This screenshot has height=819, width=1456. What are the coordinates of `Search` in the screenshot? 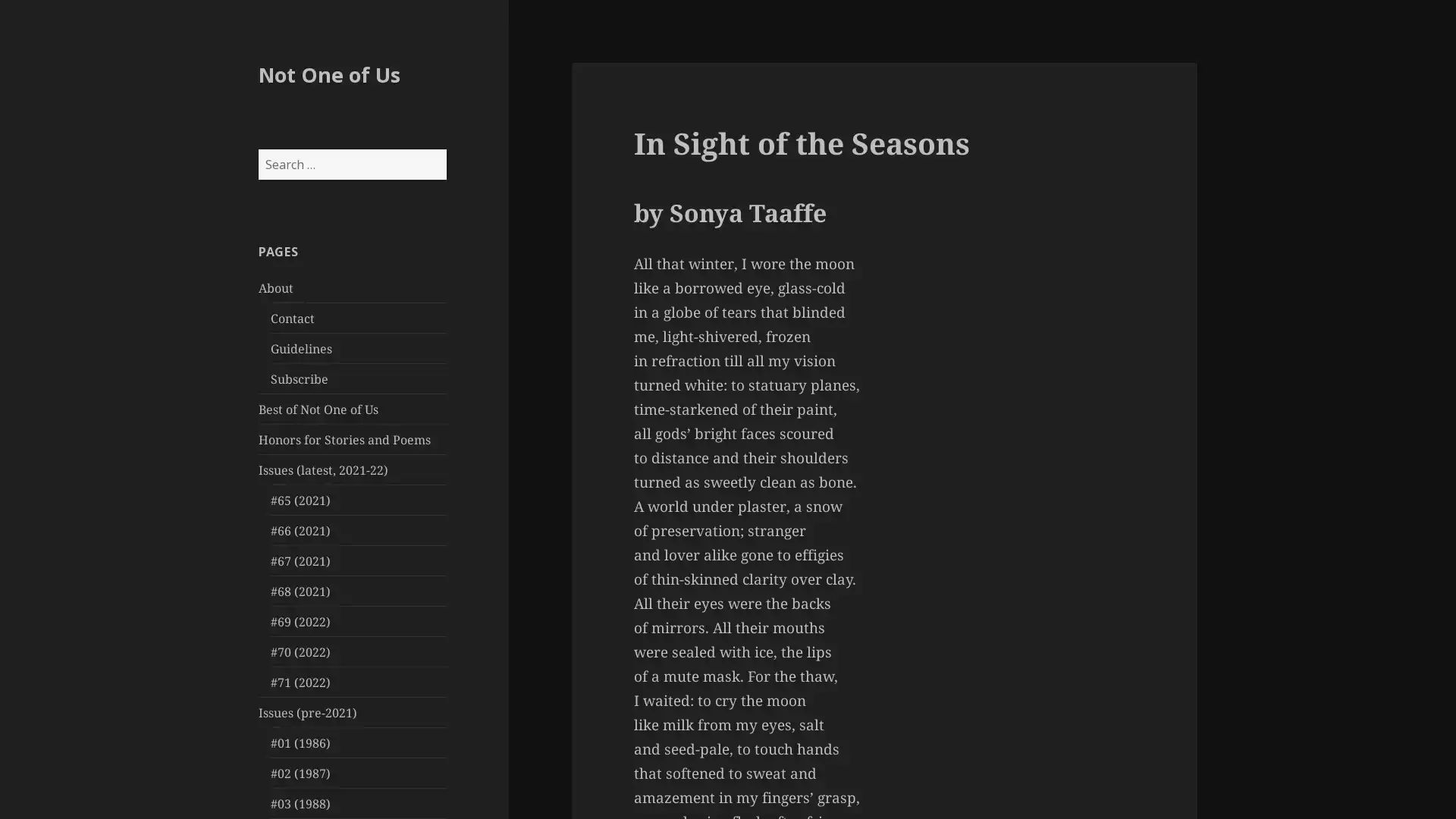 It's located at (444, 149).